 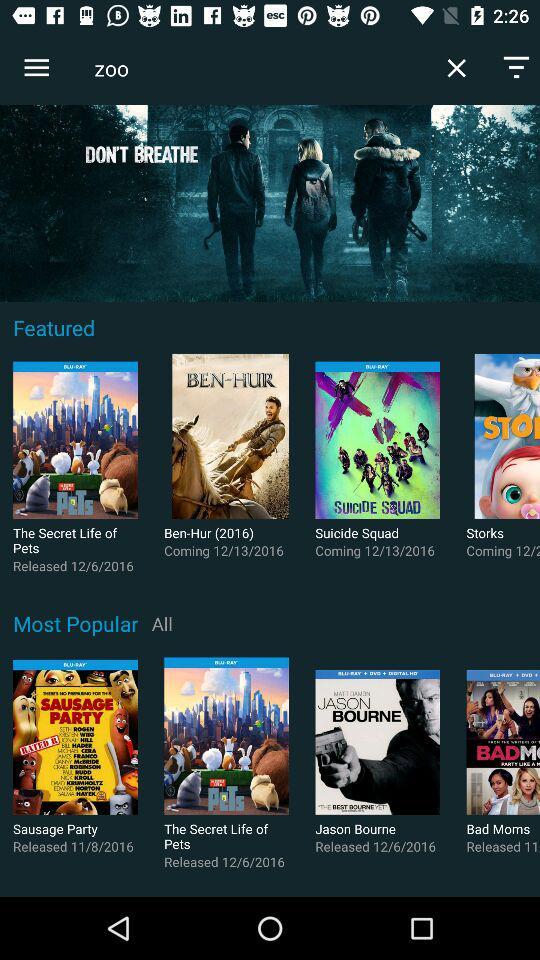 What do you see at coordinates (161, 622) in the screenshot?
I see `the icon next to the most popular icon` at bounding box center [161, 622].